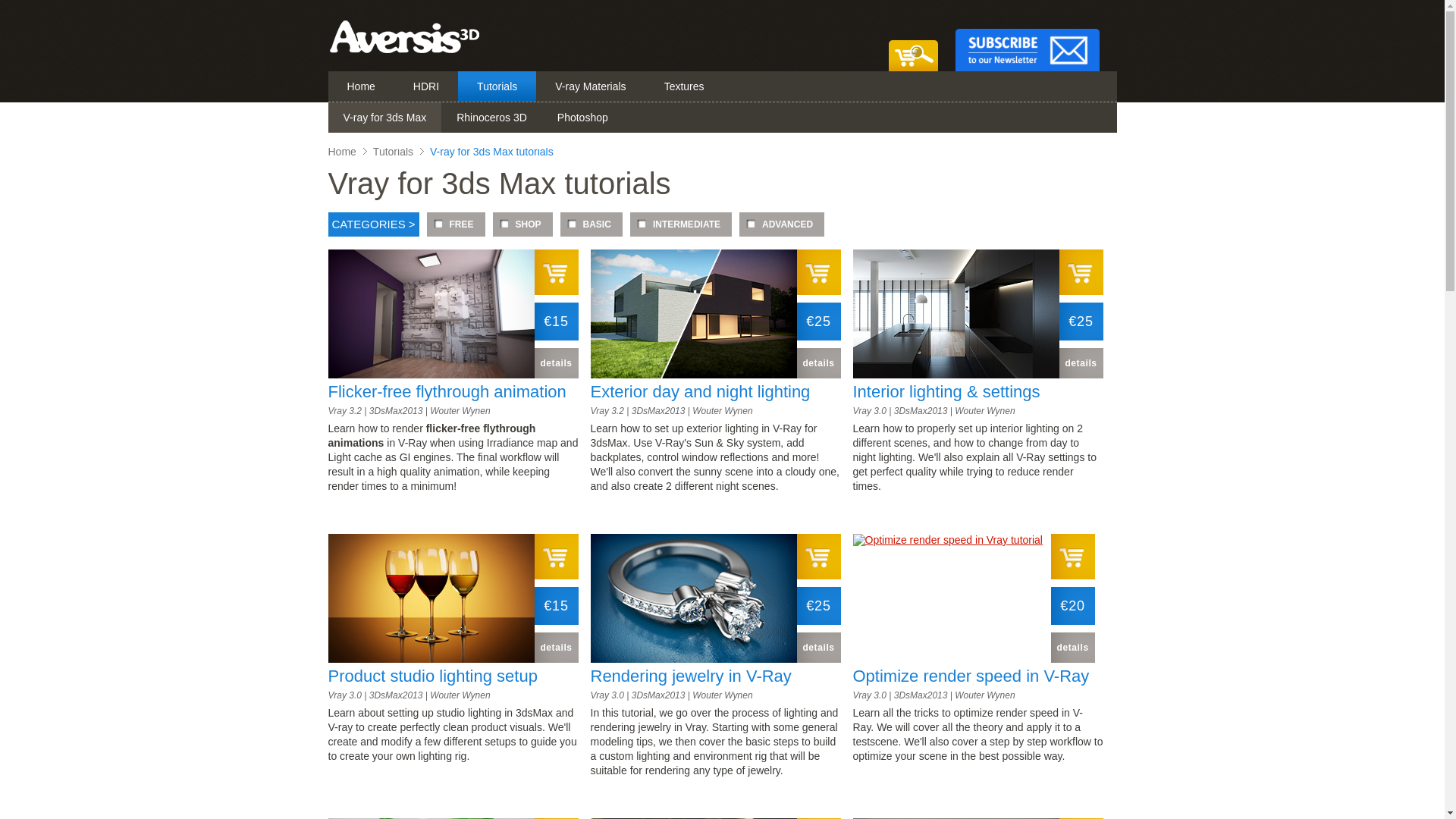 This screenshot has height=819, width=1456. What do you see at coordinates (384, 116) in the screenshot?
I see `'V-ray for 3ds Max'` at bounding box center [384, 116].